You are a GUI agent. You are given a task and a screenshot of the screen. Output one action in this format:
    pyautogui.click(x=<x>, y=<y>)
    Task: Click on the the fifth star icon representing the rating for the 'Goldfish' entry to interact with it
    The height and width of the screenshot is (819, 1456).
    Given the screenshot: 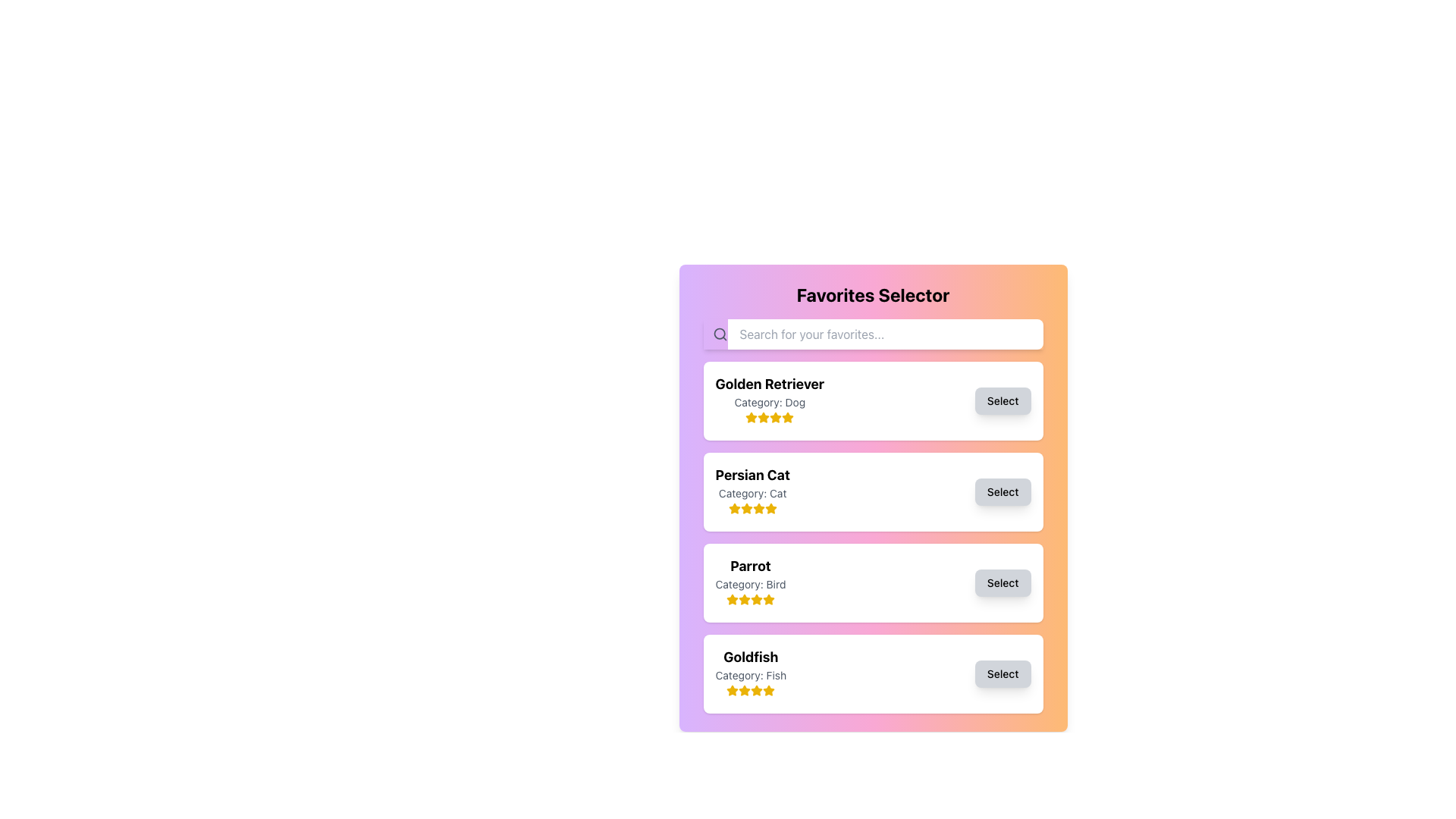 What is the action you would take?
    pyautogui.click(x=769, y=690)
    